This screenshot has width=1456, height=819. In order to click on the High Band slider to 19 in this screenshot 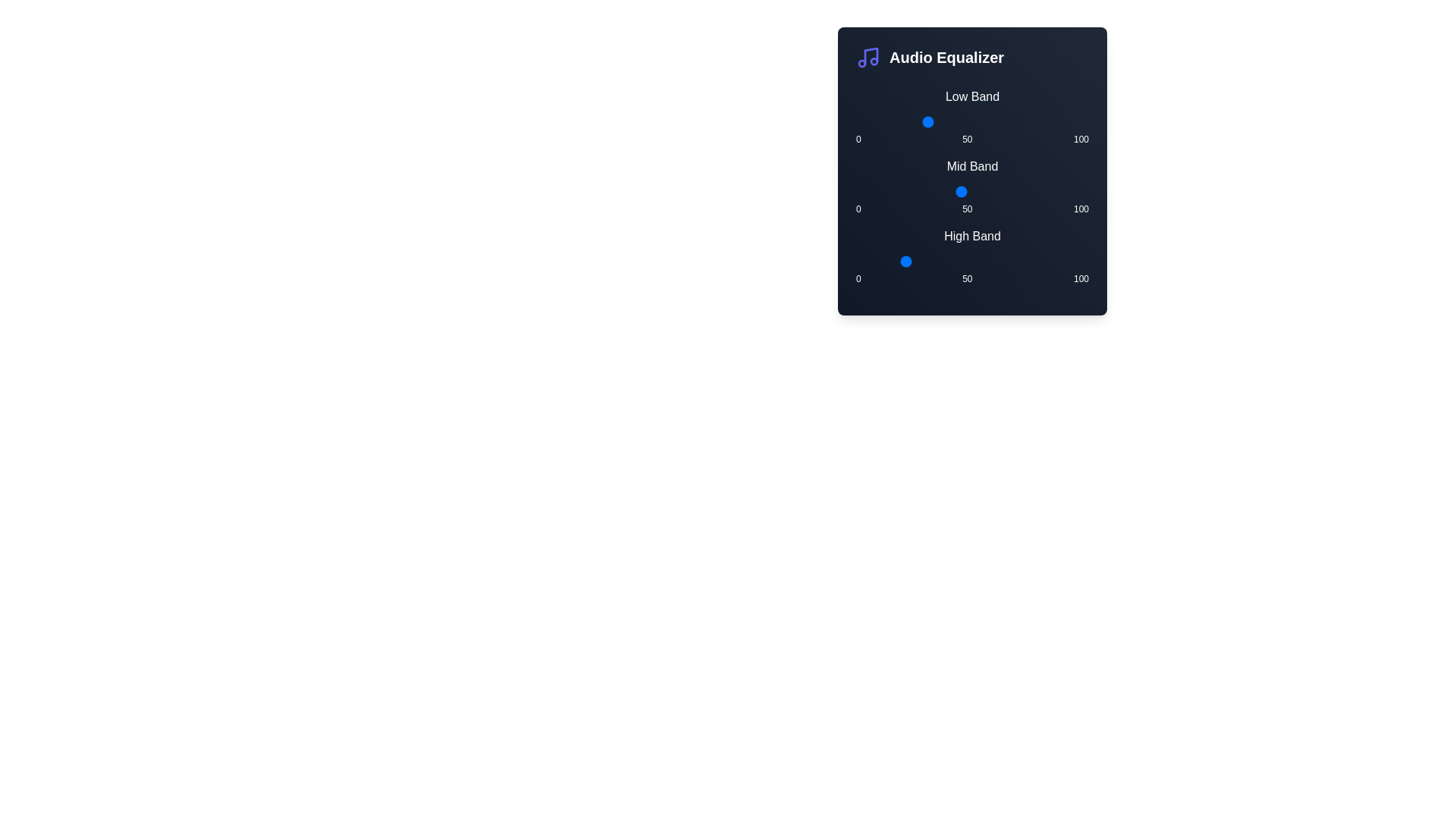, I will do `click(900, 260)`.